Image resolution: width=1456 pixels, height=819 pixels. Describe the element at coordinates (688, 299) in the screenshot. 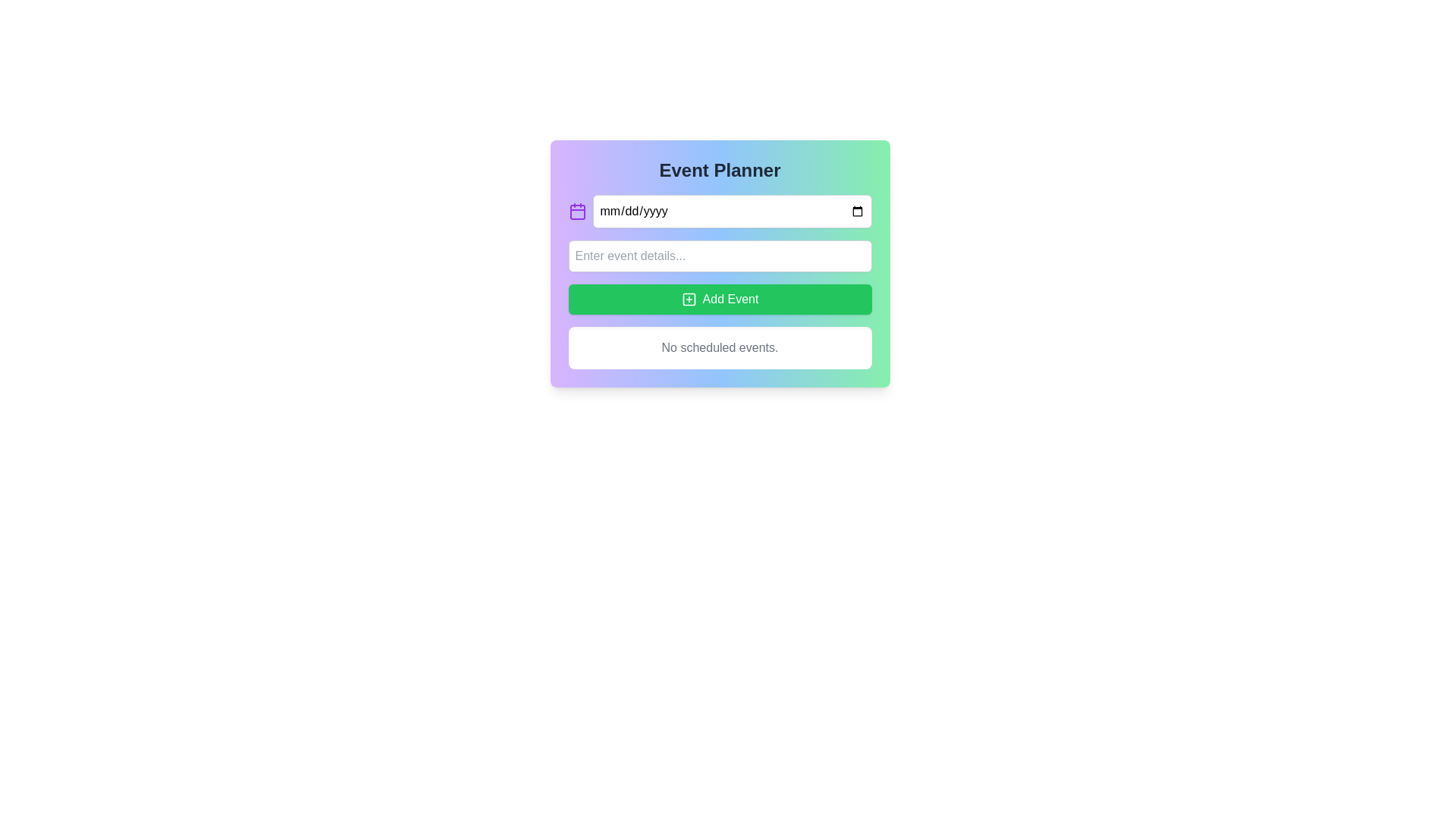

I see `the background graphical element of the 'Add Event' button icon, which is a rounded square located to the left of the 'Add Event' text inside the green button` at that location.